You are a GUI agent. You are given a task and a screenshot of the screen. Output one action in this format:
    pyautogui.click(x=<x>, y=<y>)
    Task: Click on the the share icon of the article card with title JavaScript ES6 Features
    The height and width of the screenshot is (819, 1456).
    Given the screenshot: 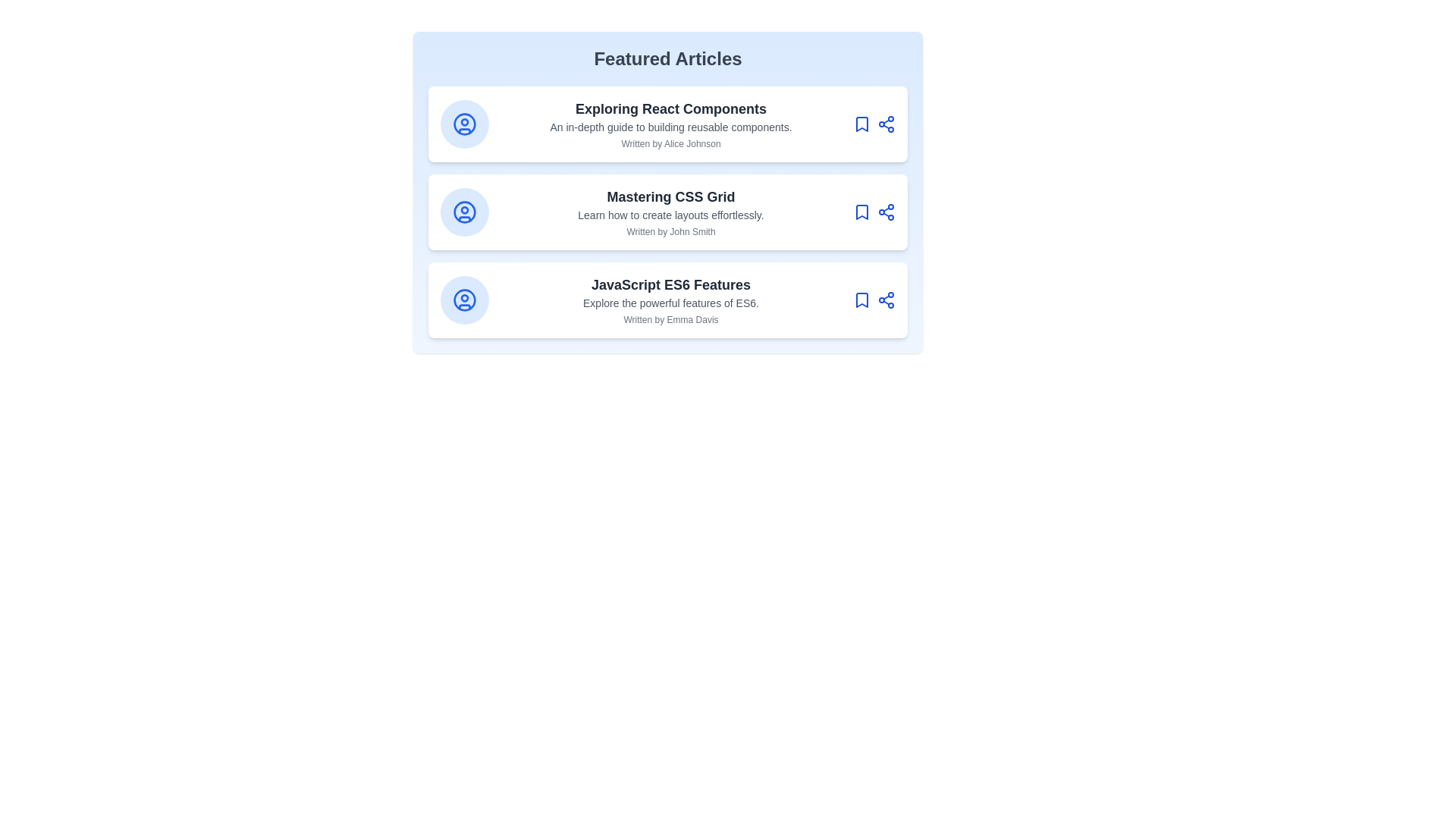 What is the action you would take?
    pyautogui.click(x=886, y=300)
    